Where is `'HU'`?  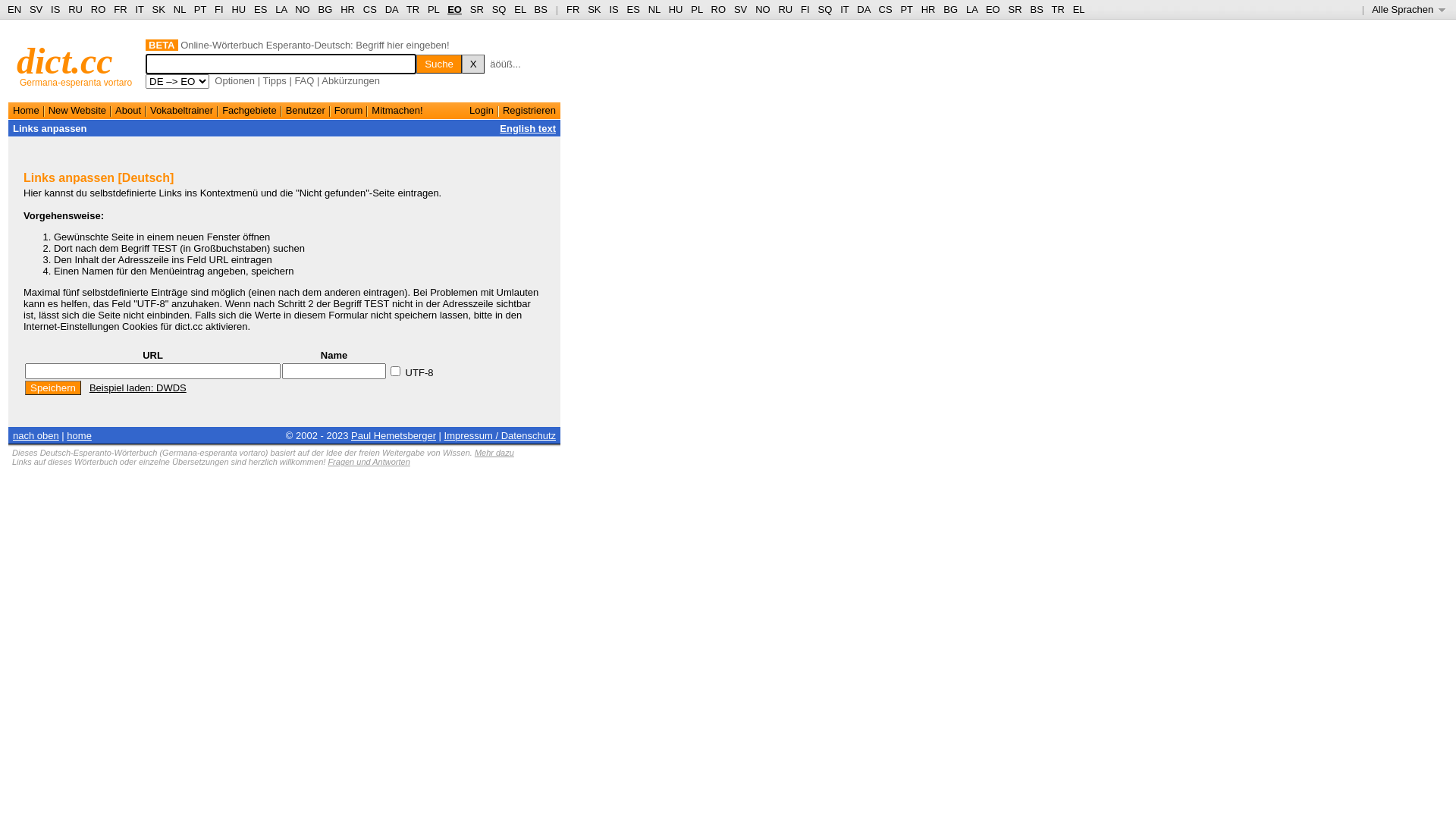 'HU' is located at coordinates (675, 9).